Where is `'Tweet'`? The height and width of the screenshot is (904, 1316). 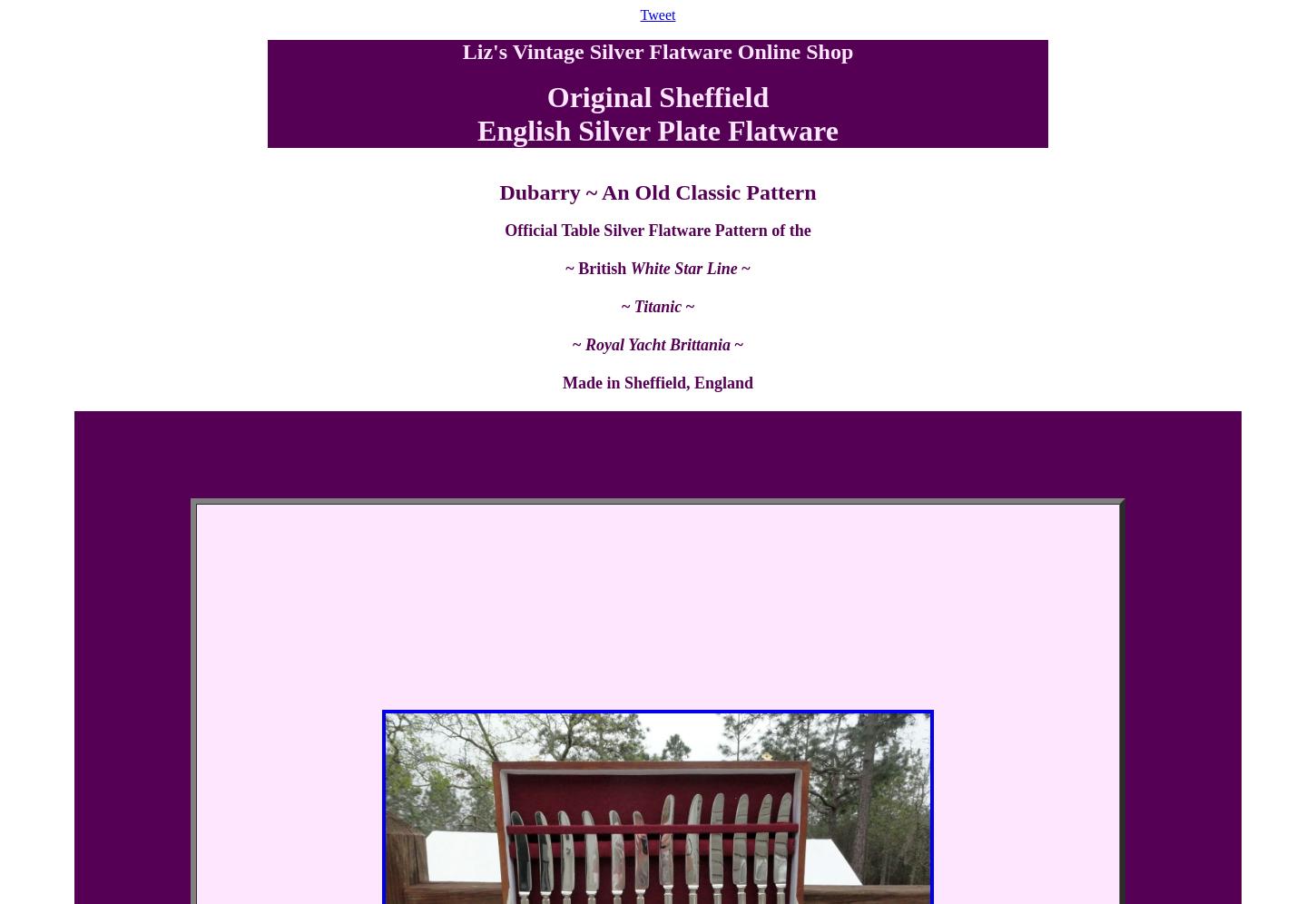
'Tweet' is located at coordinates (638, 15).